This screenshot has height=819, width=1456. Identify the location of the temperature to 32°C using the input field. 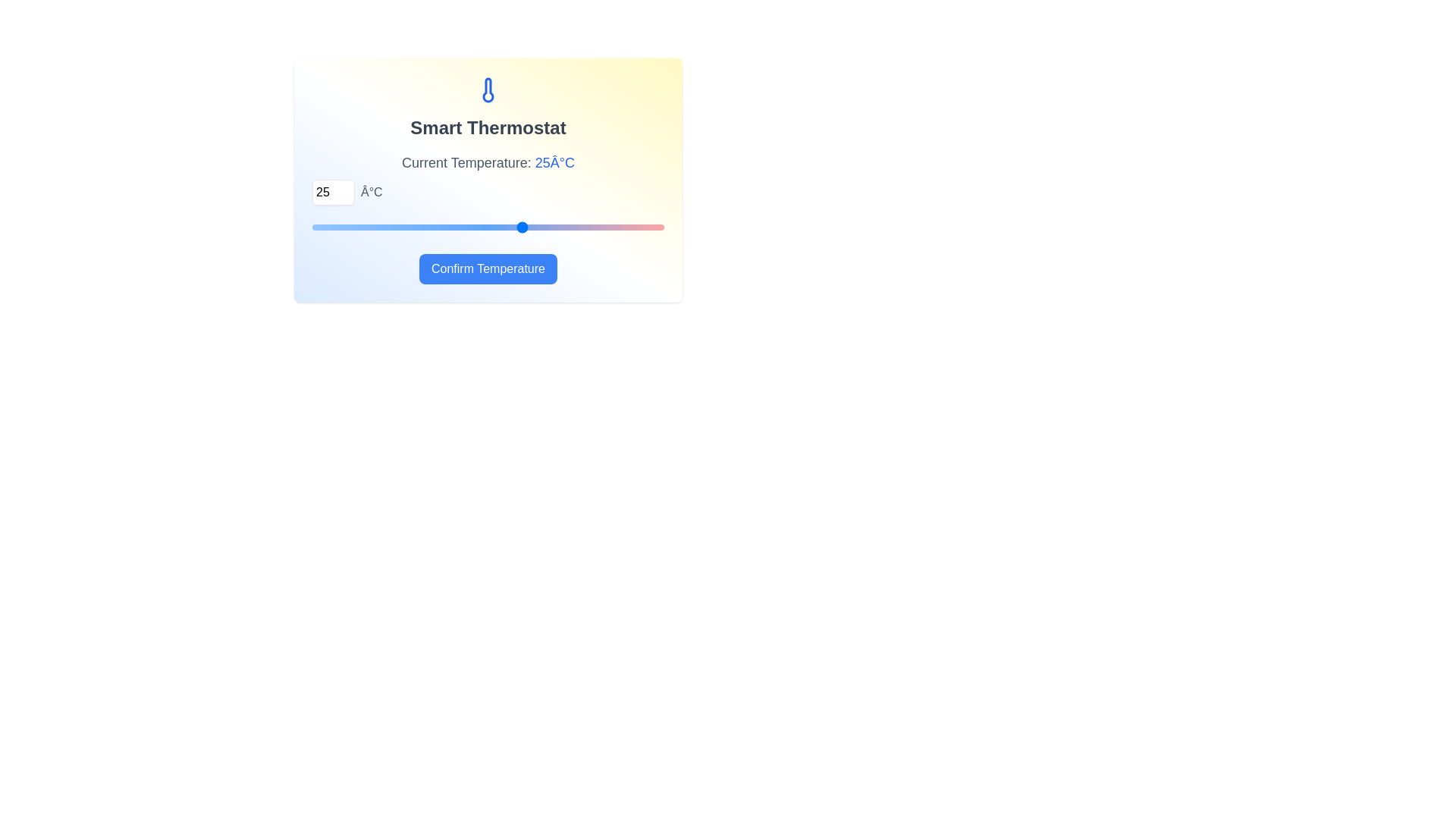
(333, 192).